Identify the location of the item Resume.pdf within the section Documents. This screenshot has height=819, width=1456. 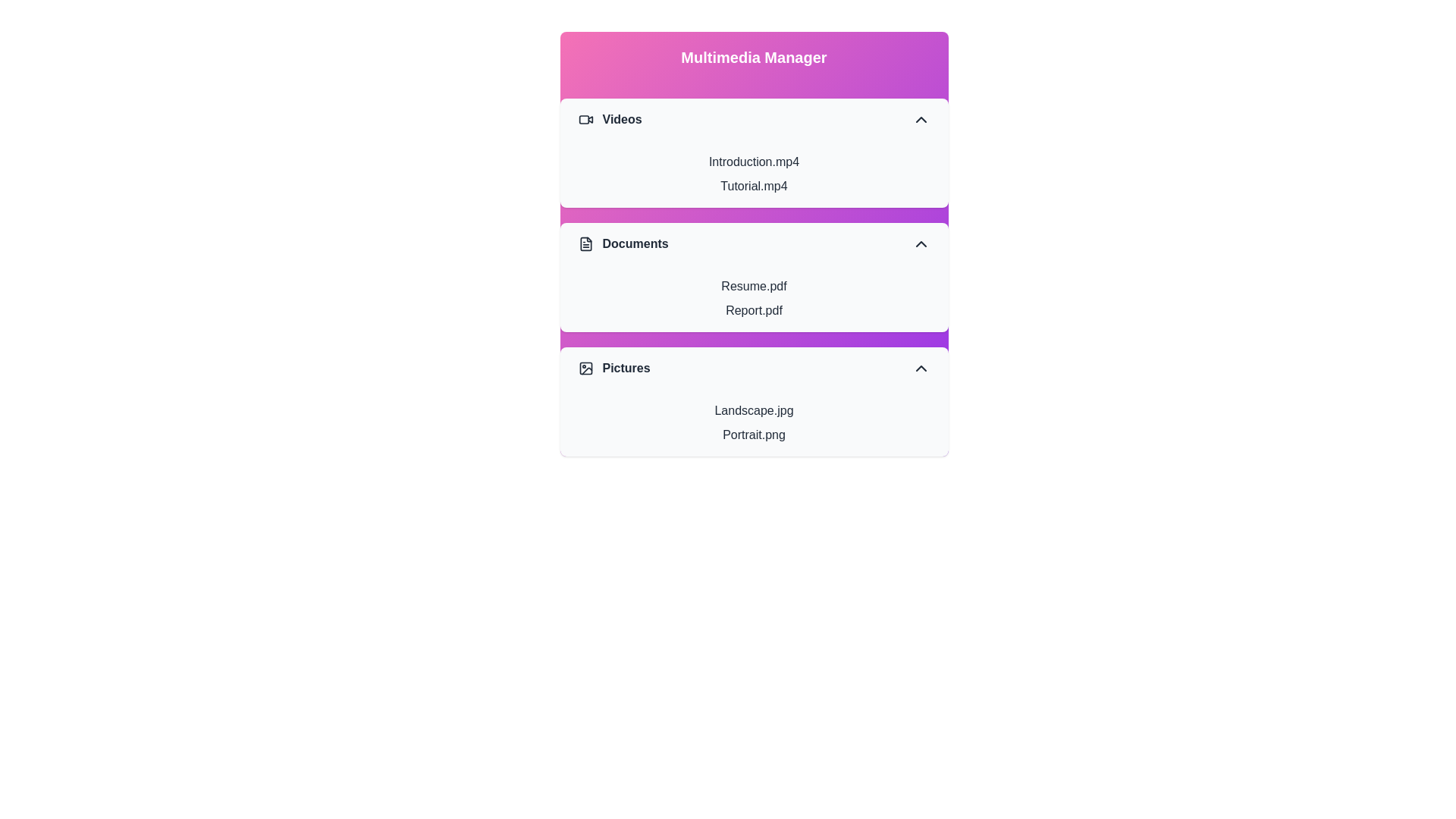
(754, 287).